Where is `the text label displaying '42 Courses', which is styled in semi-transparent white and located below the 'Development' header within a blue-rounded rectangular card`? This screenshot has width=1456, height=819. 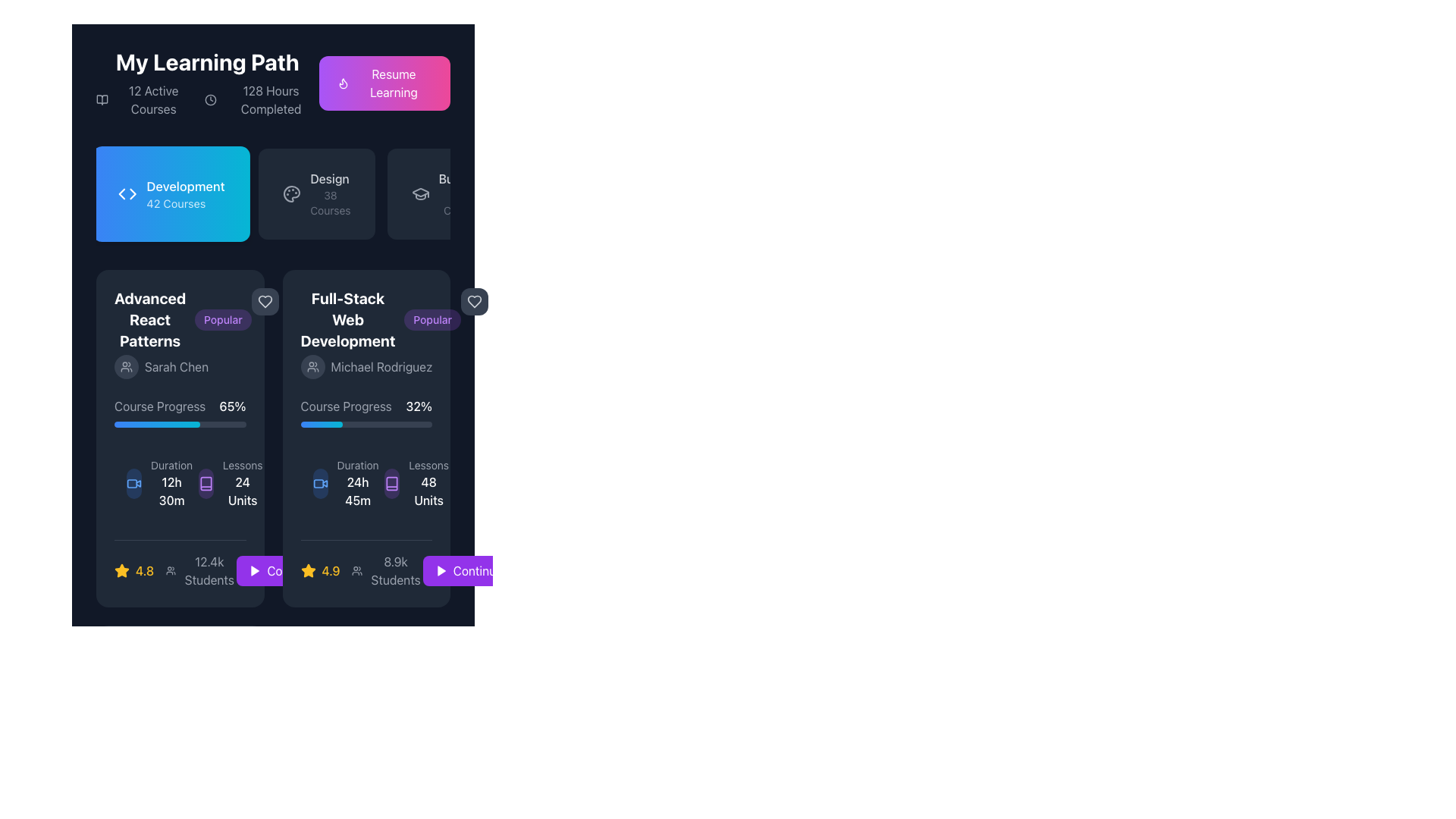
the text label displaying '42 Courses', which is styled in semi-transparent white and located below the 'Development' header within a blue-rounded rectangular card is located at coordinates (176, 202).